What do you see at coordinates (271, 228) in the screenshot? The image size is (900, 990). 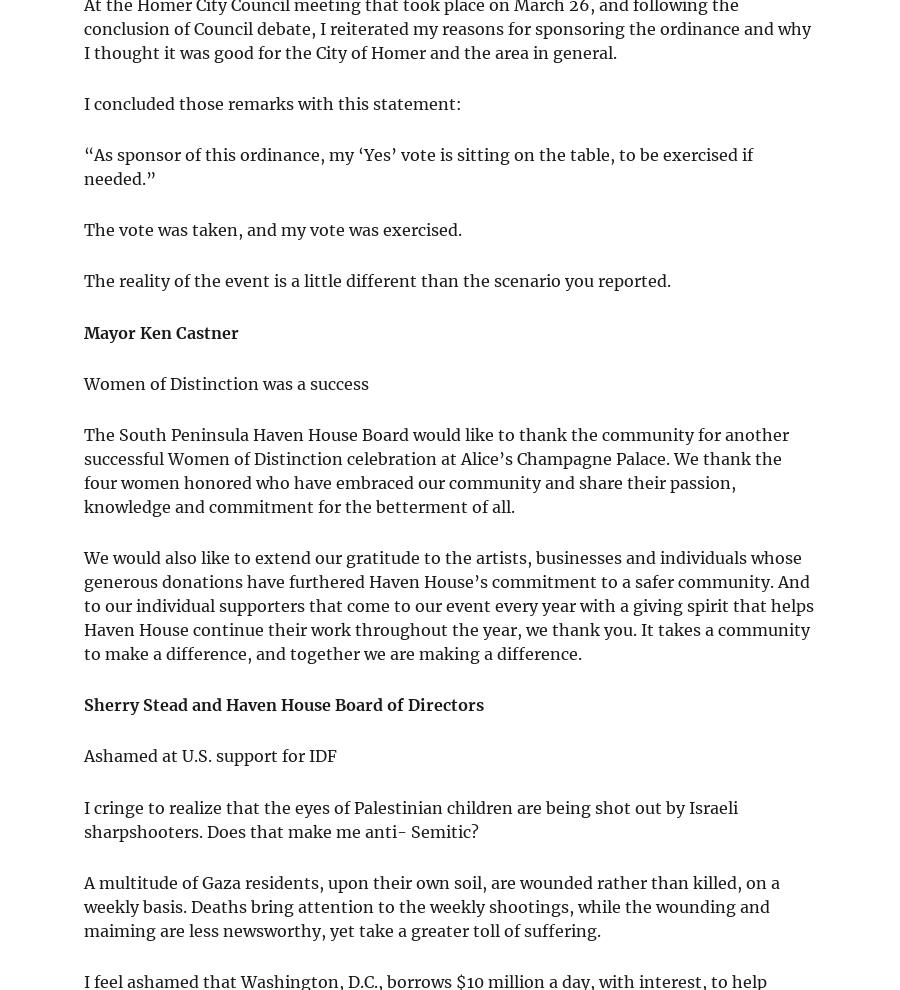 I see `'The vote was taken, and my vote was exercised.'` at bounding box center [271, 228].